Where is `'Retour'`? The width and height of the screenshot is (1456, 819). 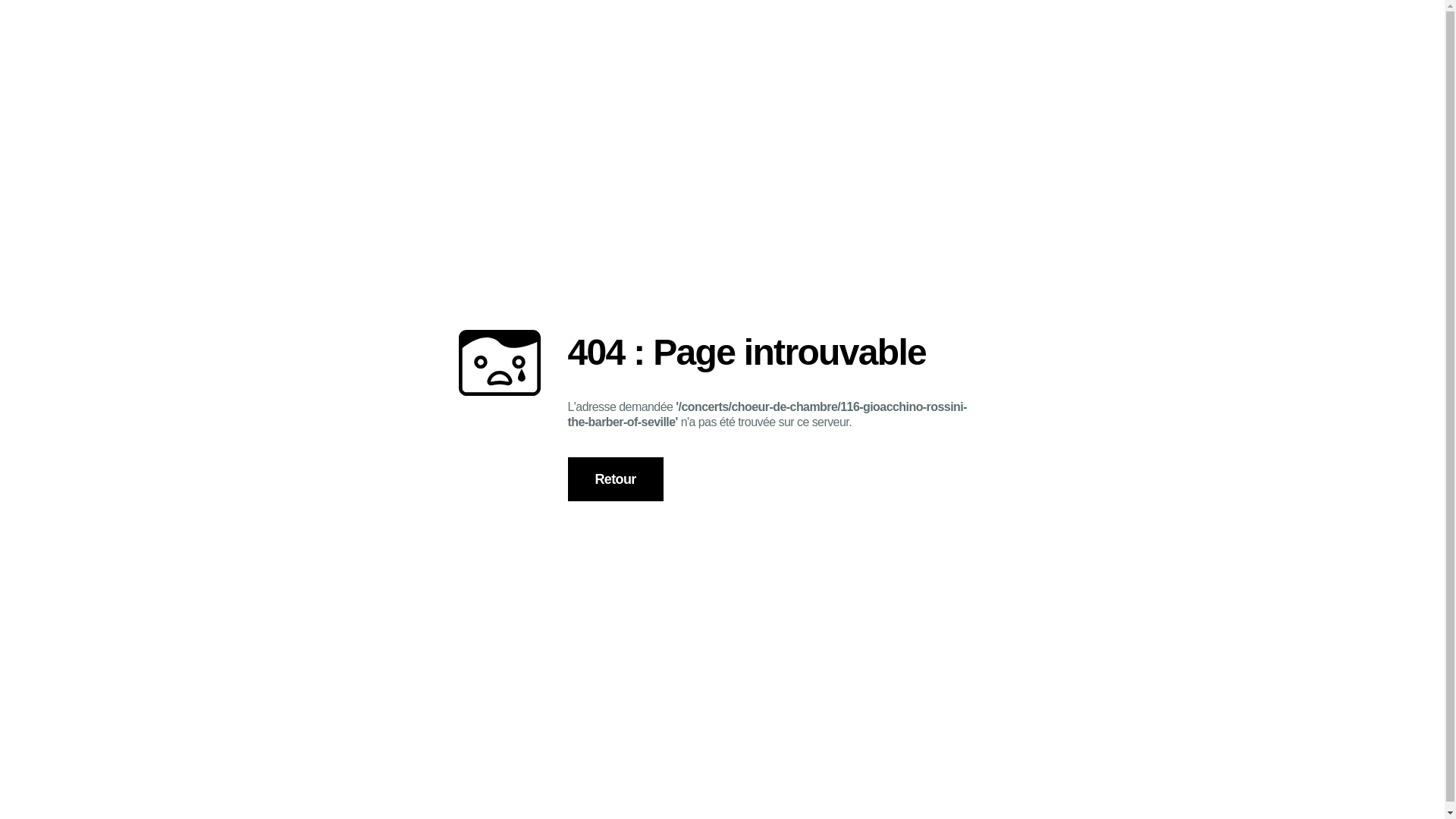 'Retour' is located at coordinates (615, 479).